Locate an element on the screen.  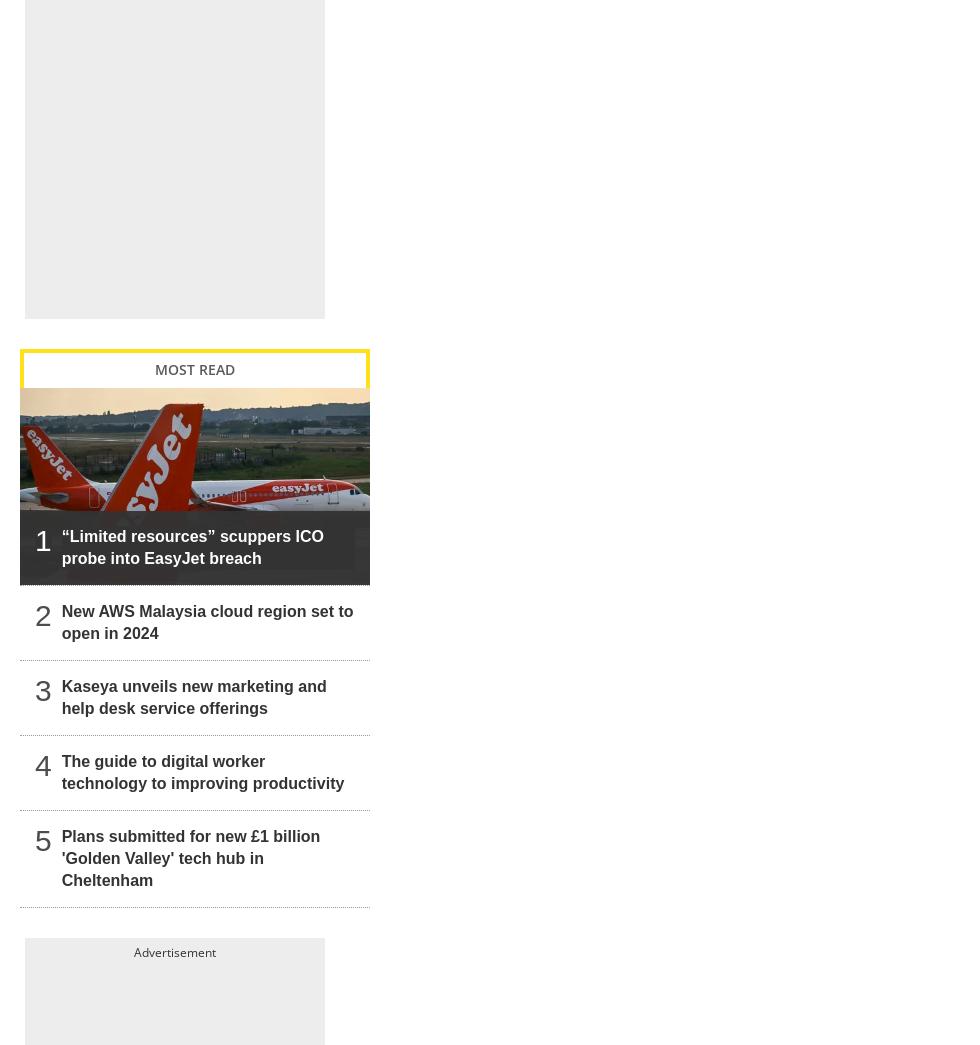
'2' is located at coordinates (43, 593).